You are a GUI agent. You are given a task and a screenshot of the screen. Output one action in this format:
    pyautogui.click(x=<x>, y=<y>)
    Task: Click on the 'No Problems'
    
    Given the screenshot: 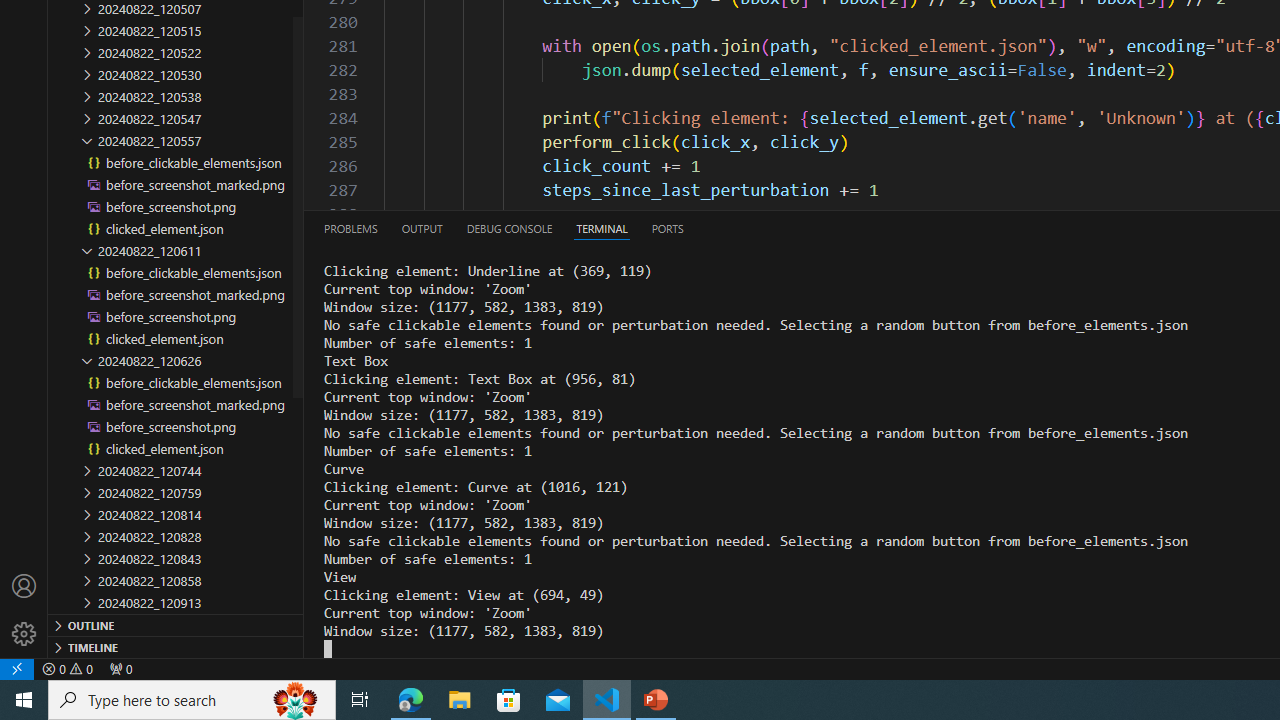 What is the action you would take?
    pyautogui.click(x=67, y=668)
    